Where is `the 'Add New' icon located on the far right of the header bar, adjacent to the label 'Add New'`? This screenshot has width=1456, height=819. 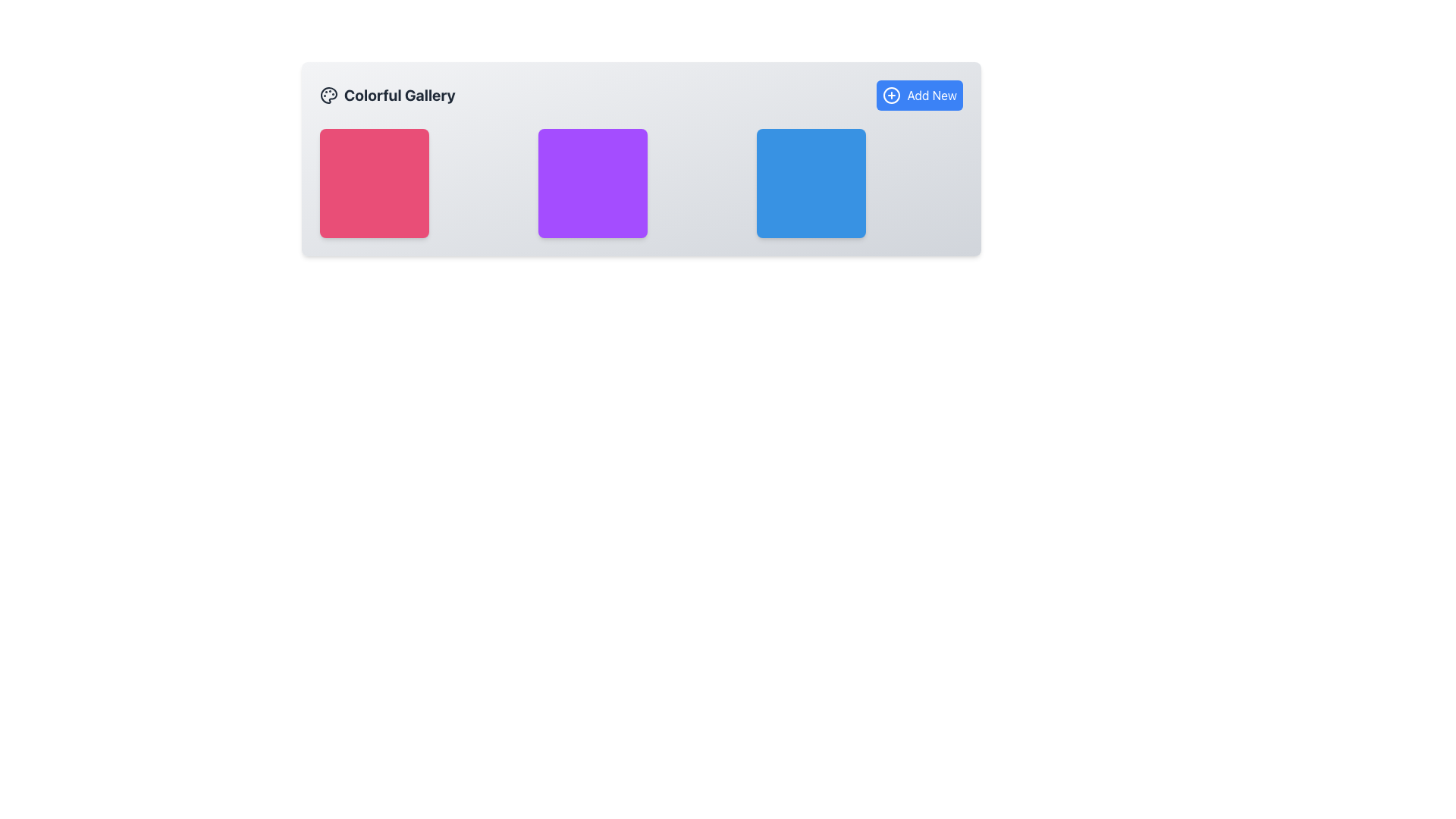
the 'Add New' icon located on the far right of the header bar, adjacent to the label 'Add New' is located at coordinates (892, 96).